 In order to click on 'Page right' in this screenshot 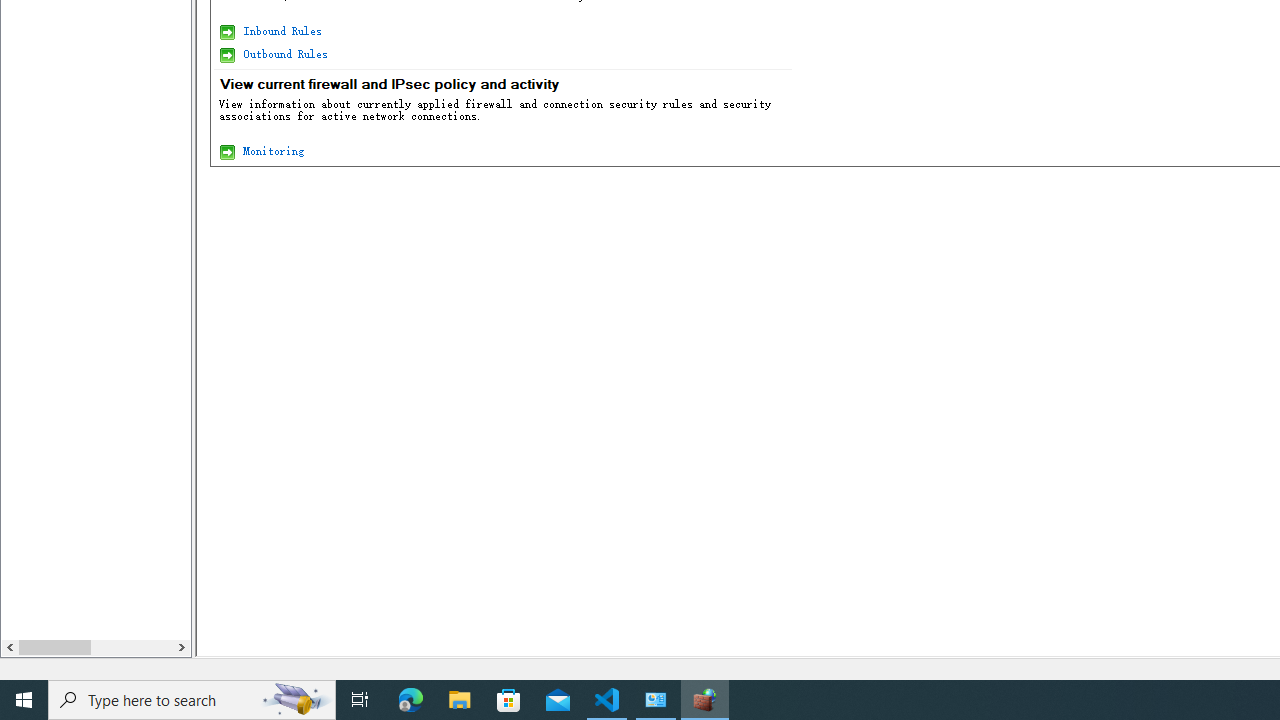, I will do `click(130, 647)`.